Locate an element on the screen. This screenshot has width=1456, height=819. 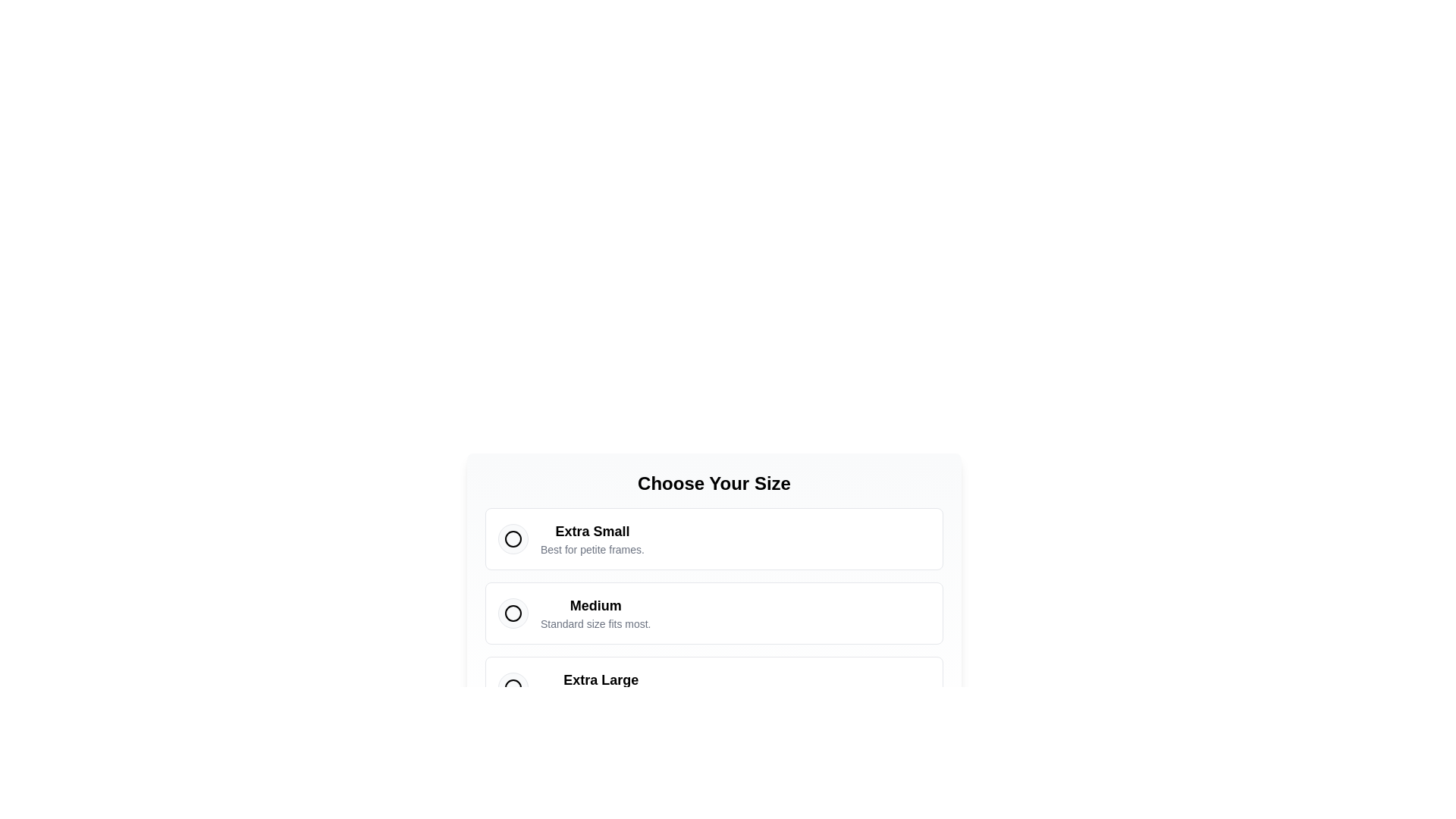
the circular radio button located in the first row under the 'Choose Your Size' header, which is aligned to the left of the text 'Extra Small' and 'Best for petite frames.' is located at coordinates (513, 538).